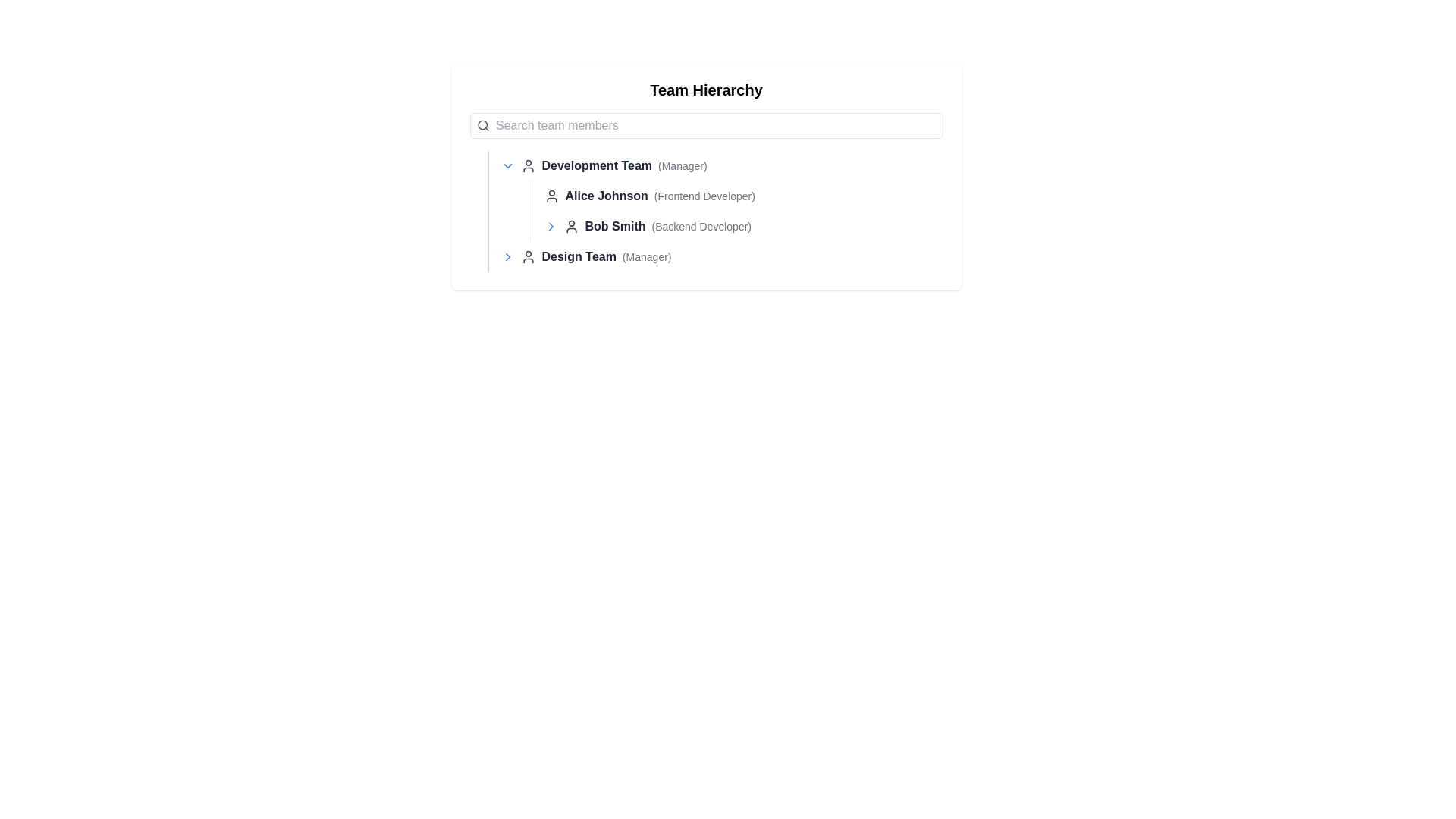  What do you see at coordinates (701, 227) in the screenshot?
I see `supplemental description text label associated with 'Bob Smith' in the Development Team hierarchy, positioned immediately to the right of the 'Bob Smith' name text` at bounding box center [701, 227].